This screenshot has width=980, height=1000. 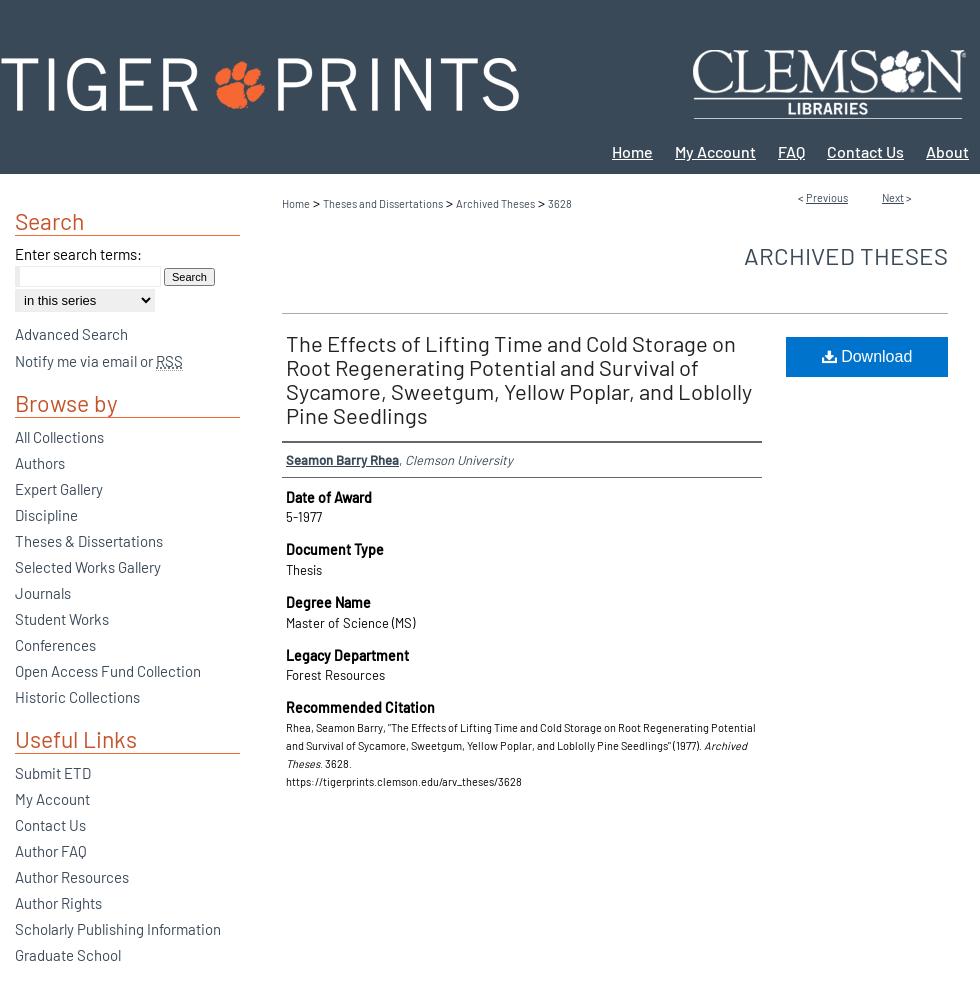 I want to click on 'Conferences', so click(x=14, y=645).